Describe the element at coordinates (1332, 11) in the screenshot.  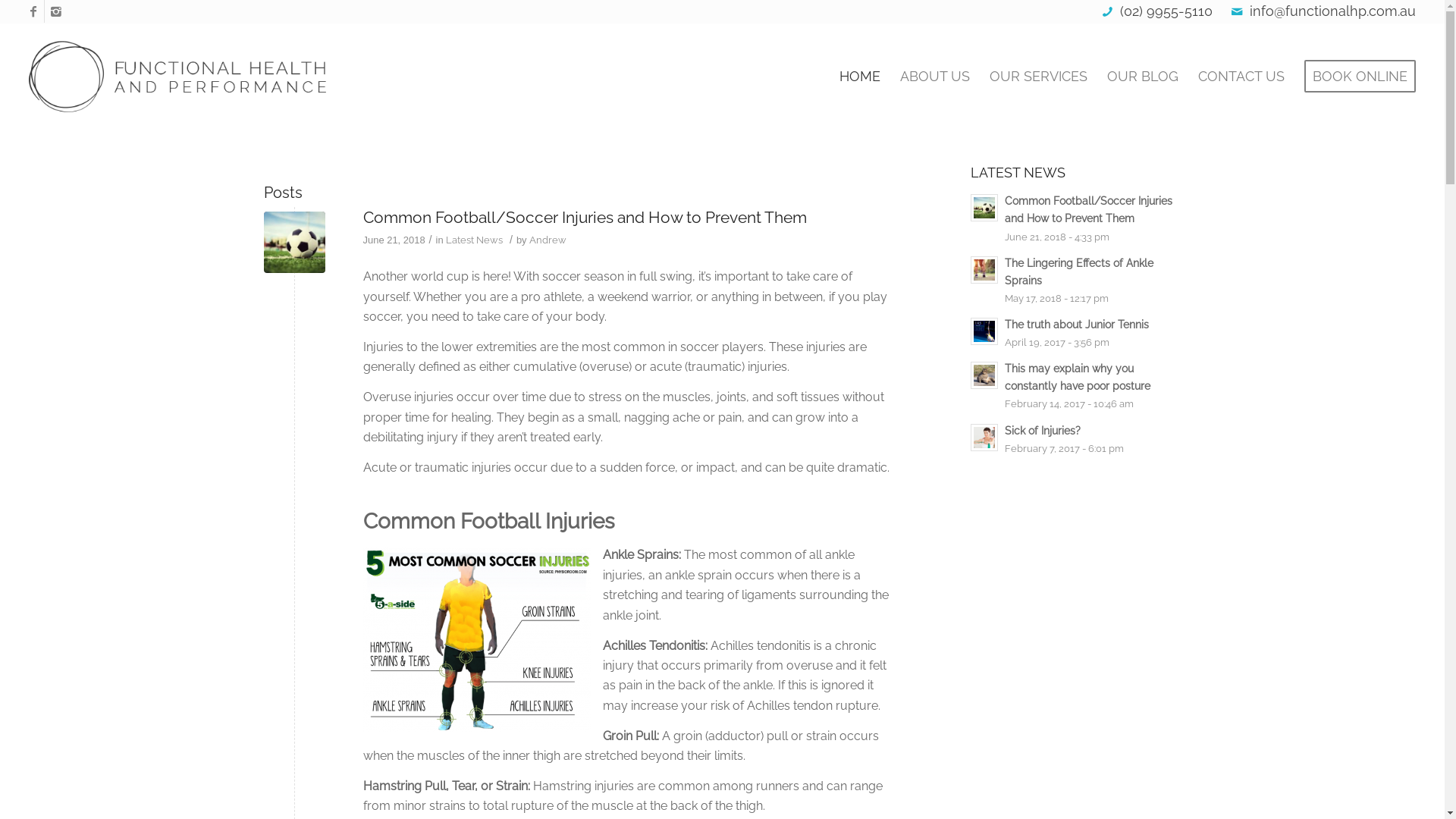
I see `'info@functionalhp.com.au'` at that location.